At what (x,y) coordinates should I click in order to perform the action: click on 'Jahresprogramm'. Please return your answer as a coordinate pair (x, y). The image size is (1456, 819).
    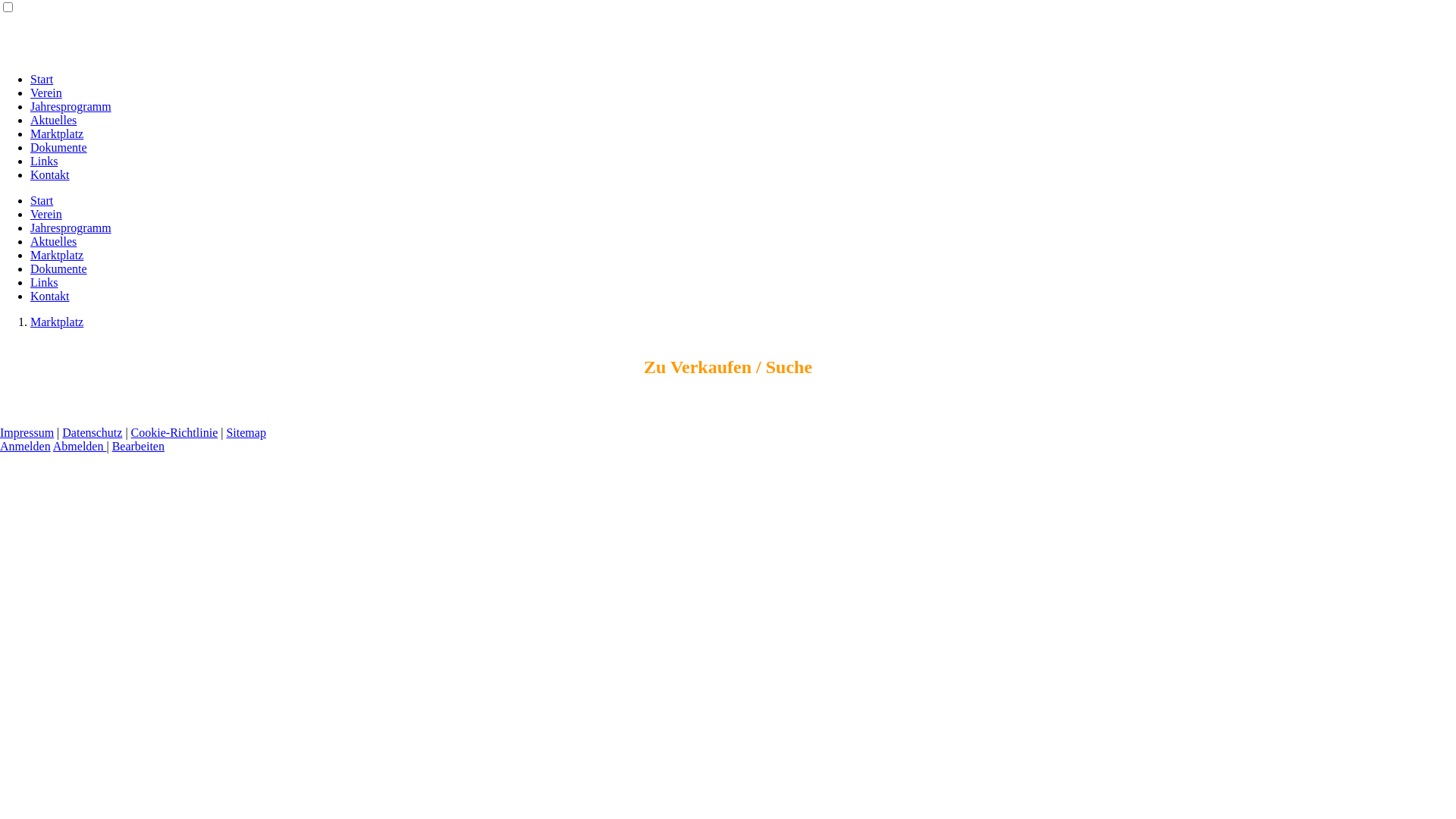
    Looking at the image, I should click on (70, 105).